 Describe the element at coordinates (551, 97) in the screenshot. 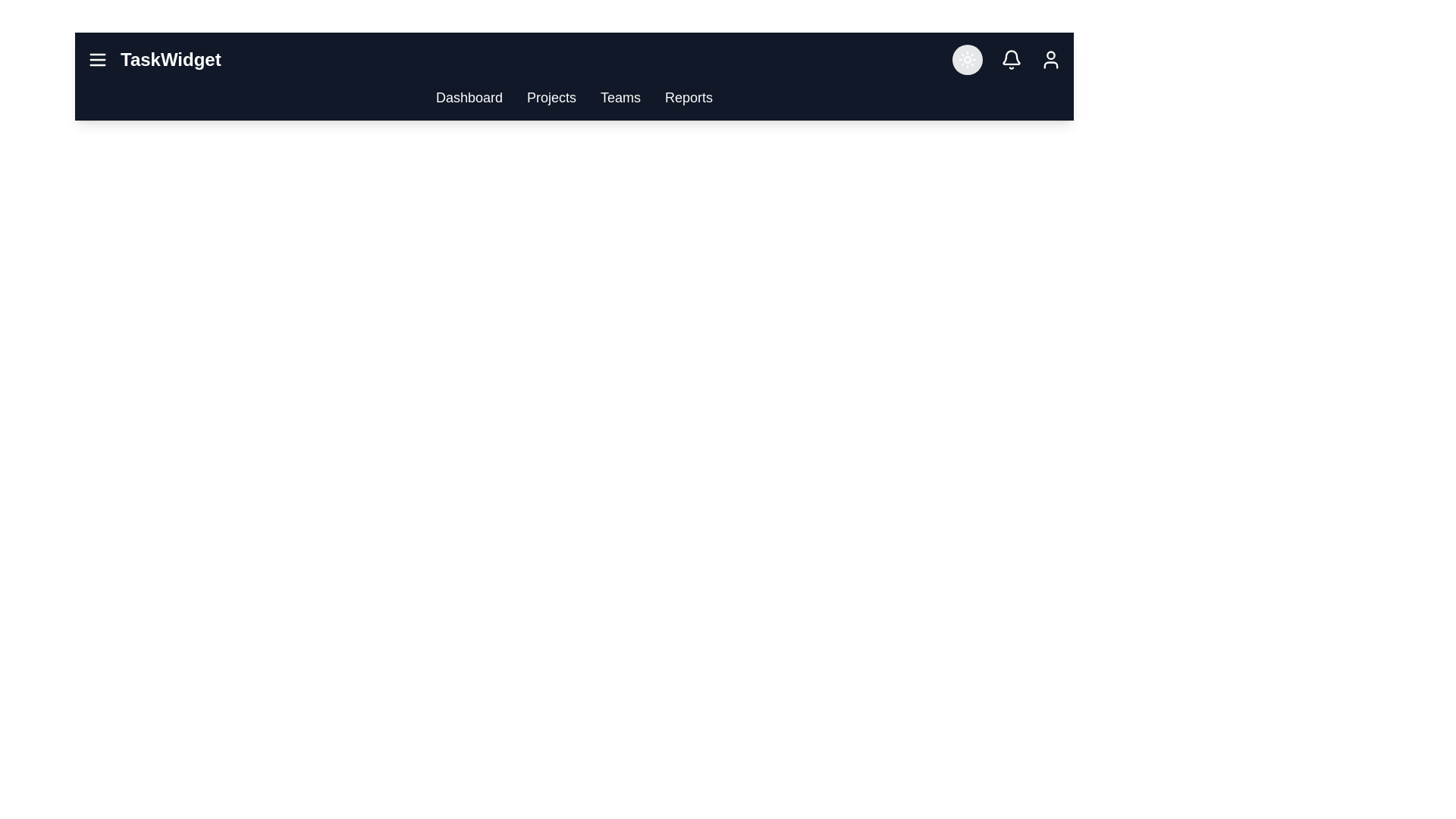

I see `the 'Projects' link in the navigation bar` at that location.